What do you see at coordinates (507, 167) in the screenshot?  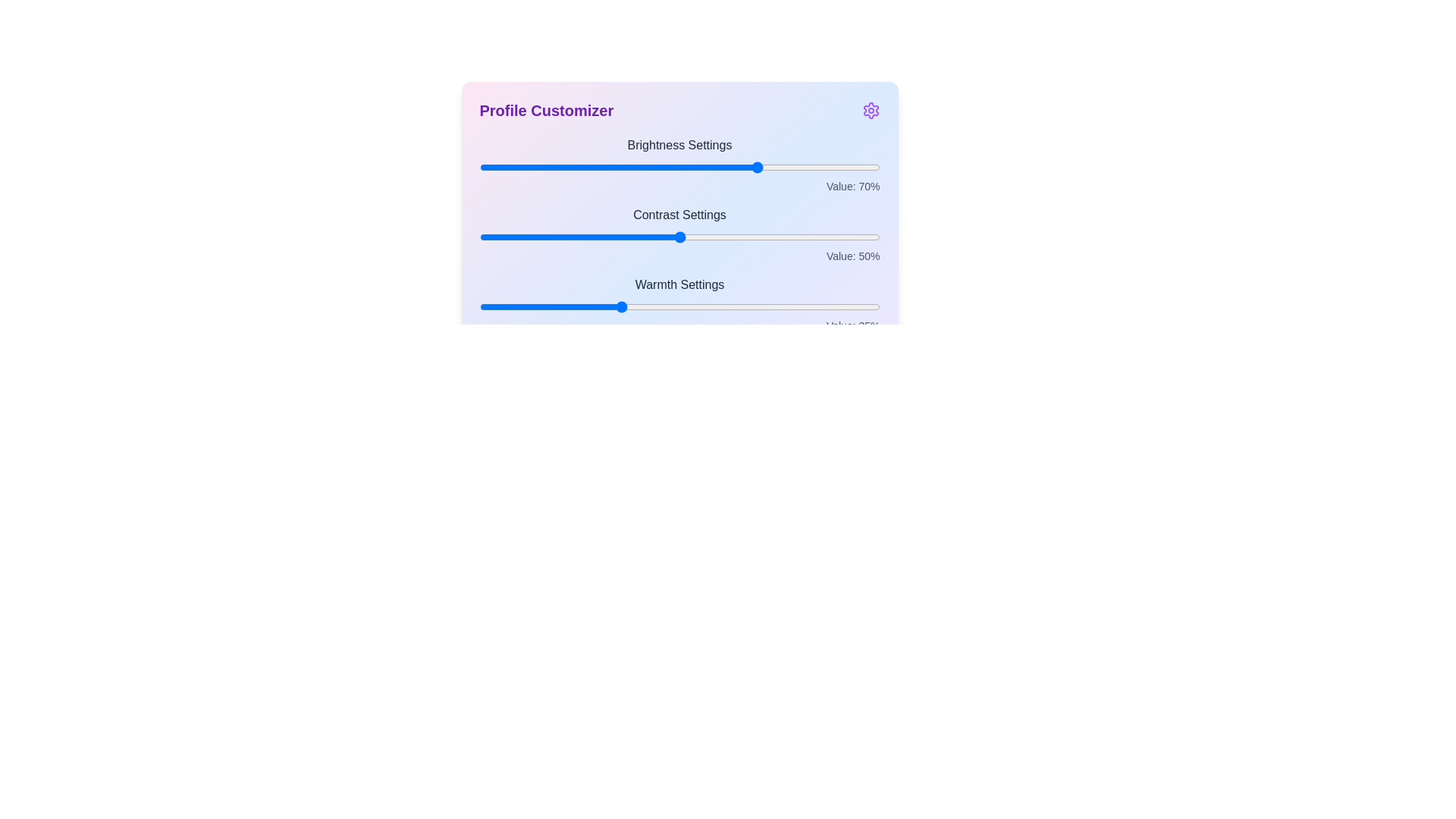 I see `the 0 slider to 7%` at bounding box center [507, 167].